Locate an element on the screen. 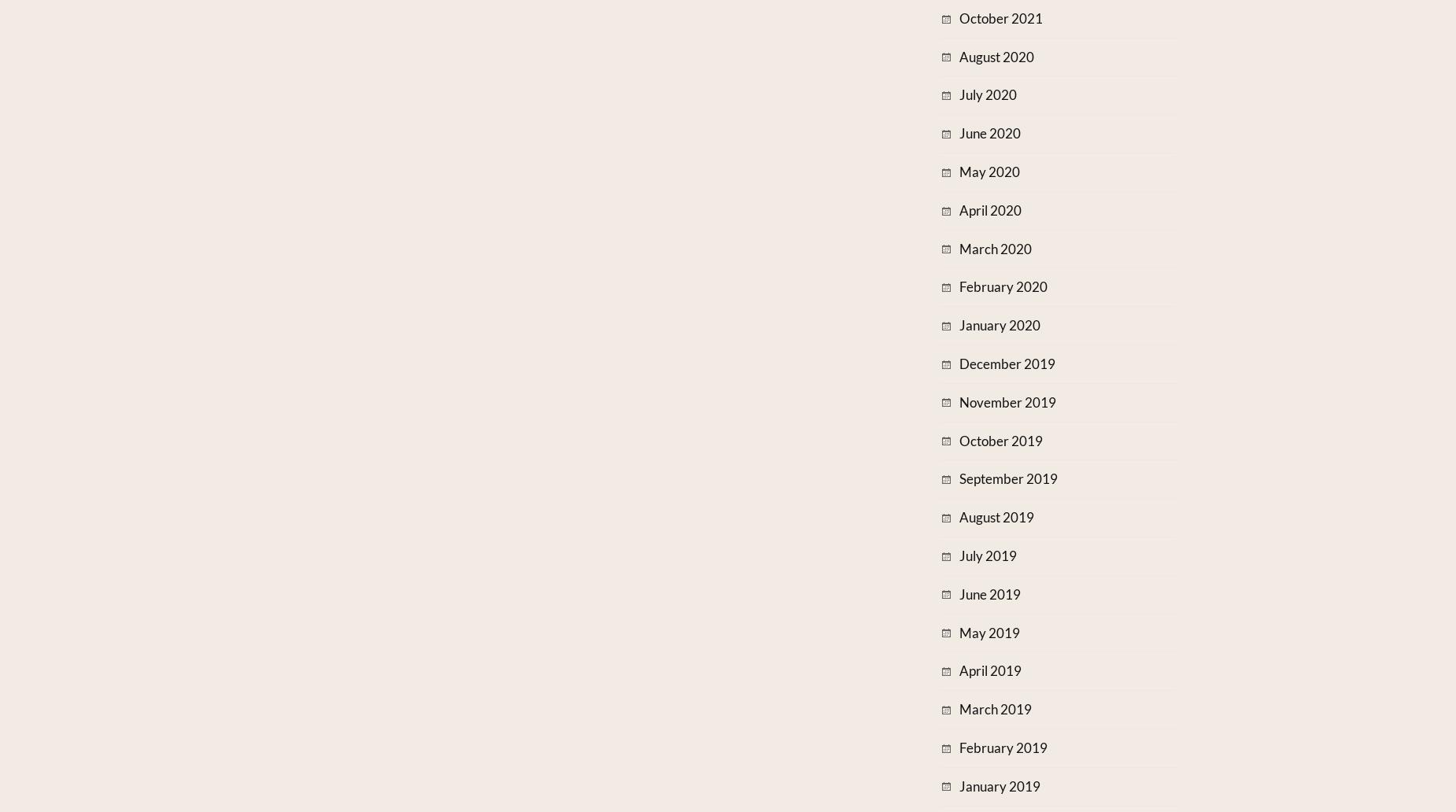 This screenshot has height=812, width=1456. 'August 2019' is located at coordinates (996, 516).